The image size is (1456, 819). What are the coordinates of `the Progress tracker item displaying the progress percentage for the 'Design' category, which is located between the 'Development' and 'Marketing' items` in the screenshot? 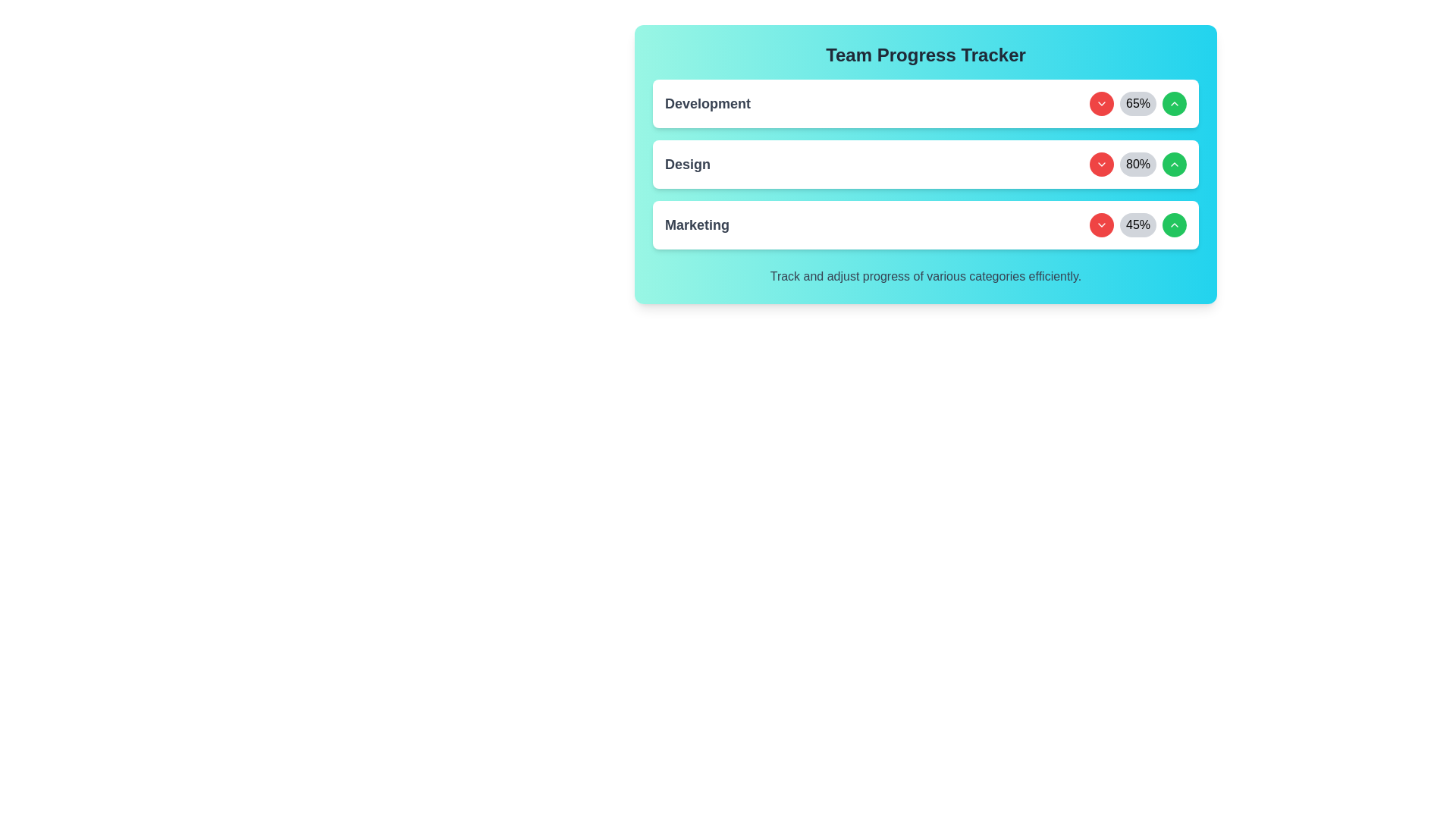 It's located at (924, 164).